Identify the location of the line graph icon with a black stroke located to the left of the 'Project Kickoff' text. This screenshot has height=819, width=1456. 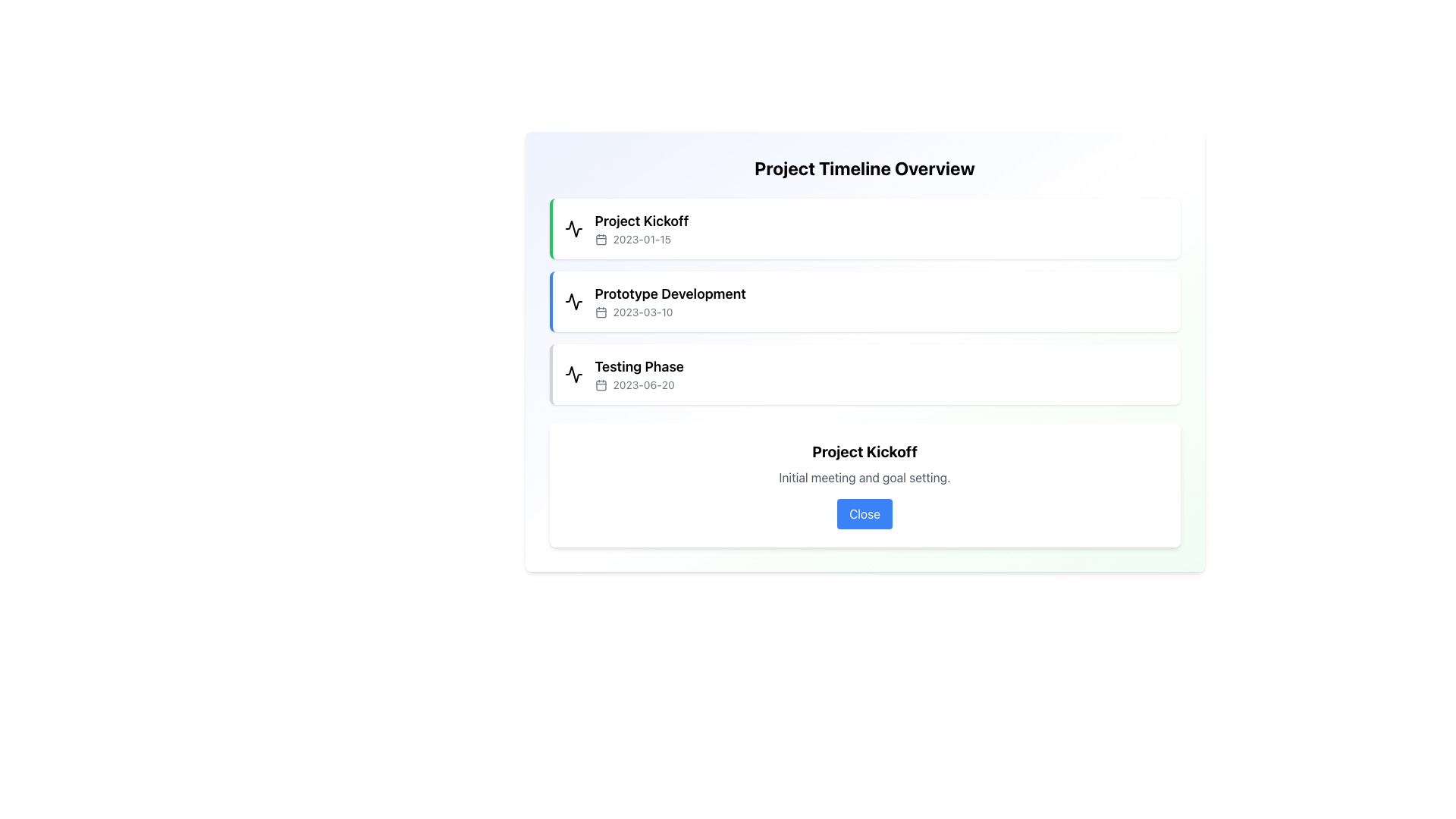
(573, 228).